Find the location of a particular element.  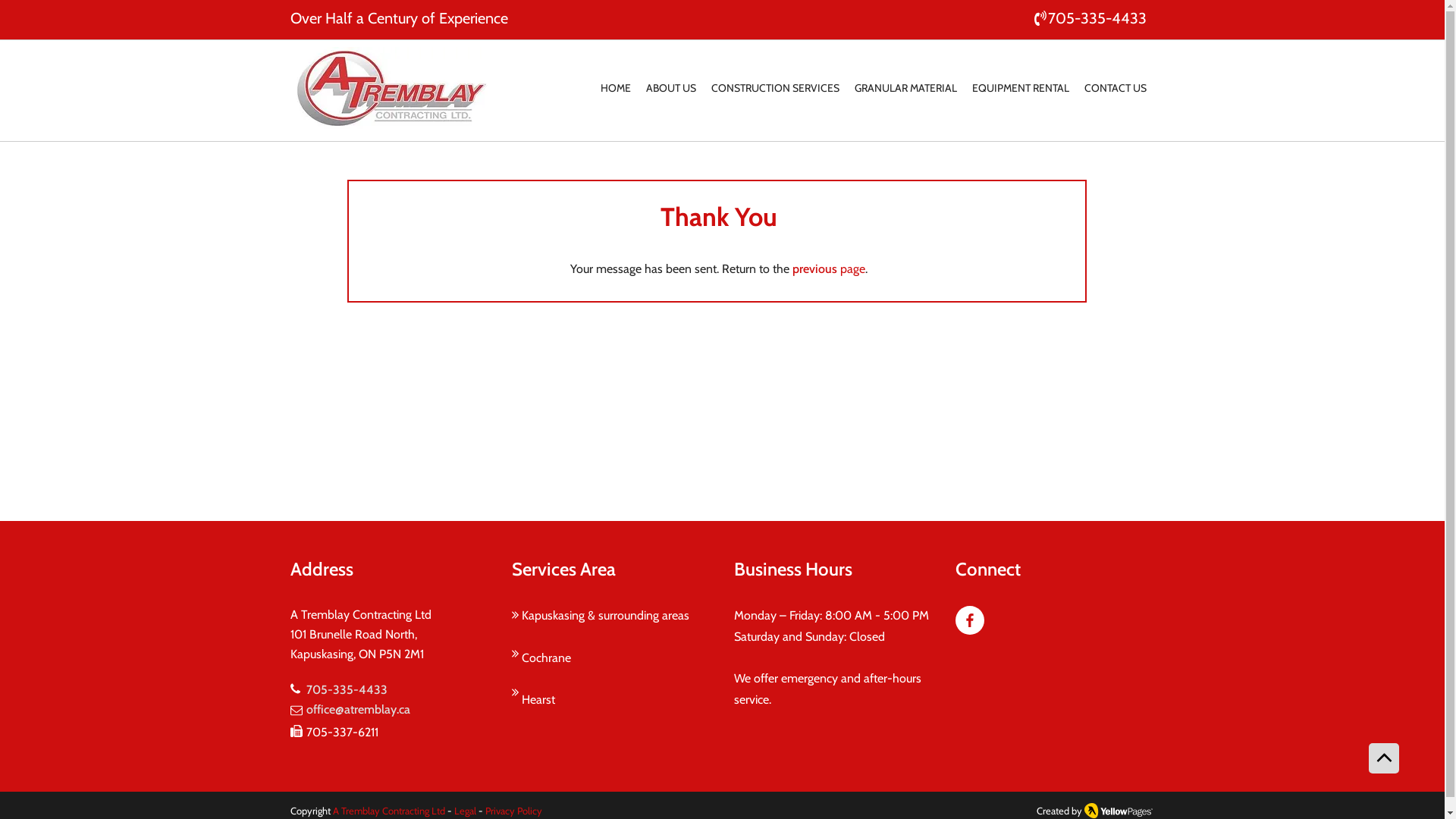

'office@atremblay.ca' is located at coordinates (357, 709).